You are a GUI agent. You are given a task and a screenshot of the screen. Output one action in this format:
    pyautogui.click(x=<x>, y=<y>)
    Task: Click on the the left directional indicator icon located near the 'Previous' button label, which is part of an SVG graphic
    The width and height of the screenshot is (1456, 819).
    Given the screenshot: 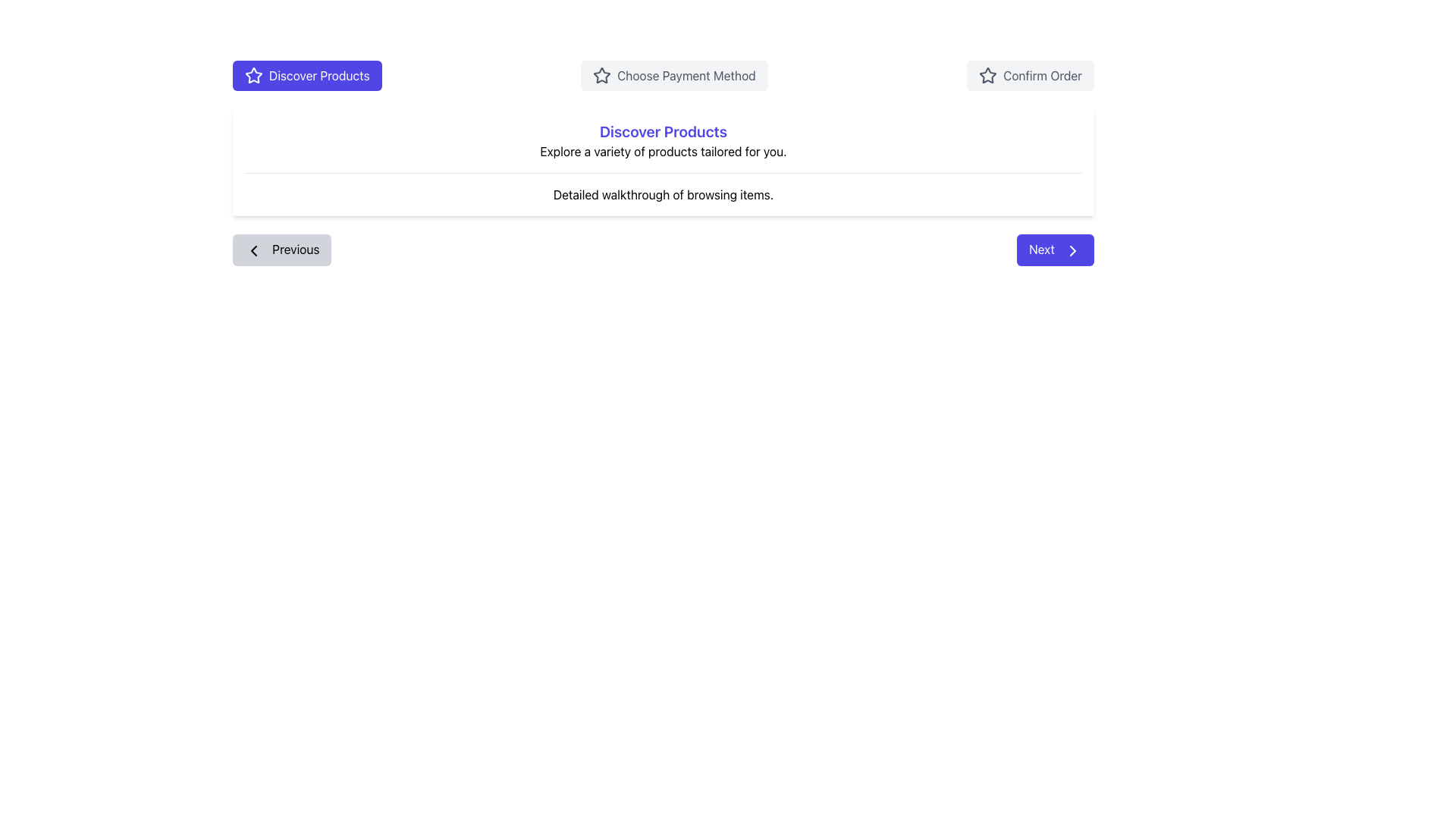 What is the action you would take?
    pyautogui.click(x=254, y=249)
    